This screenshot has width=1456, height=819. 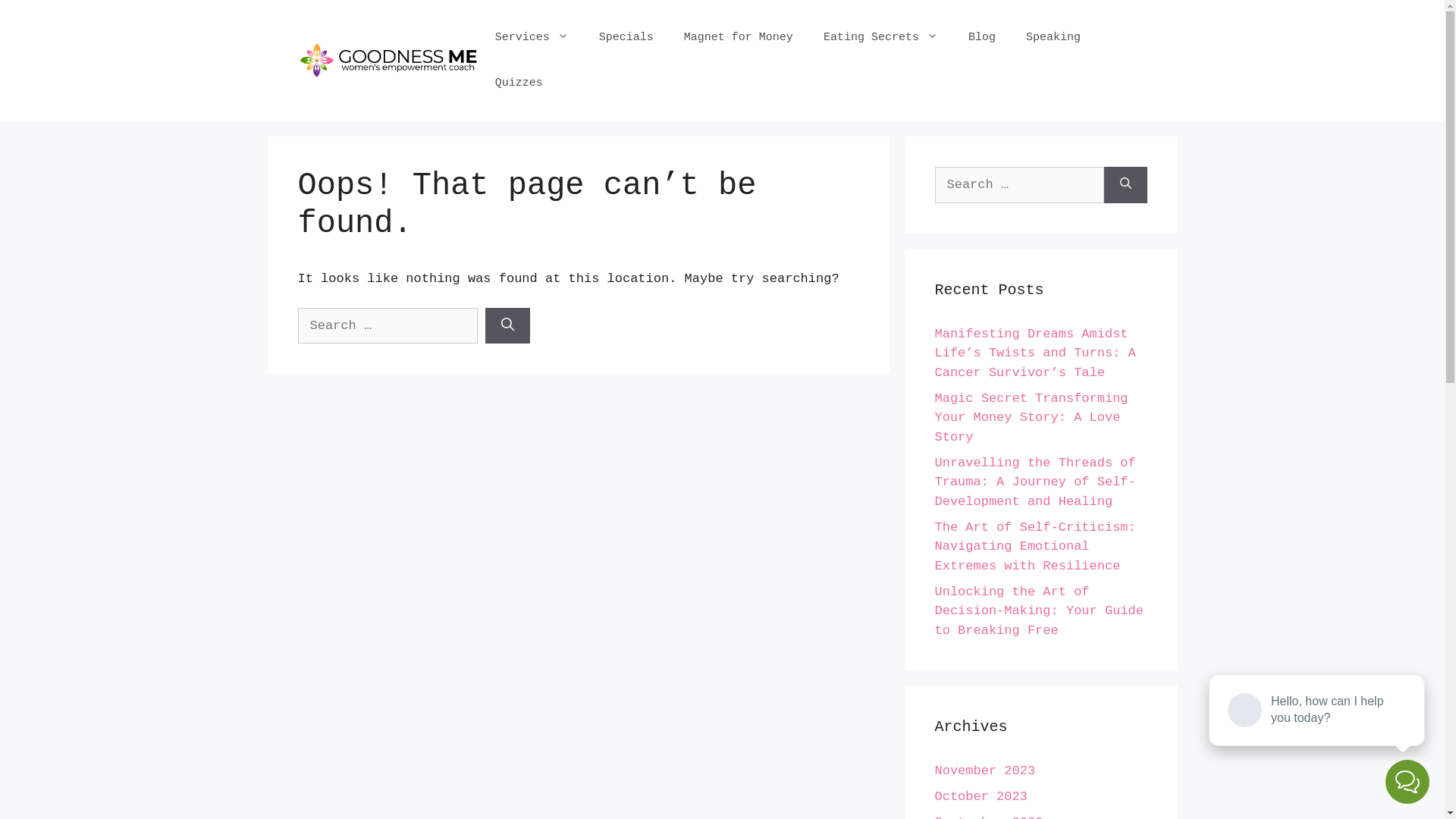 I want to click on 'November 2023', so click(x=984, y=770).